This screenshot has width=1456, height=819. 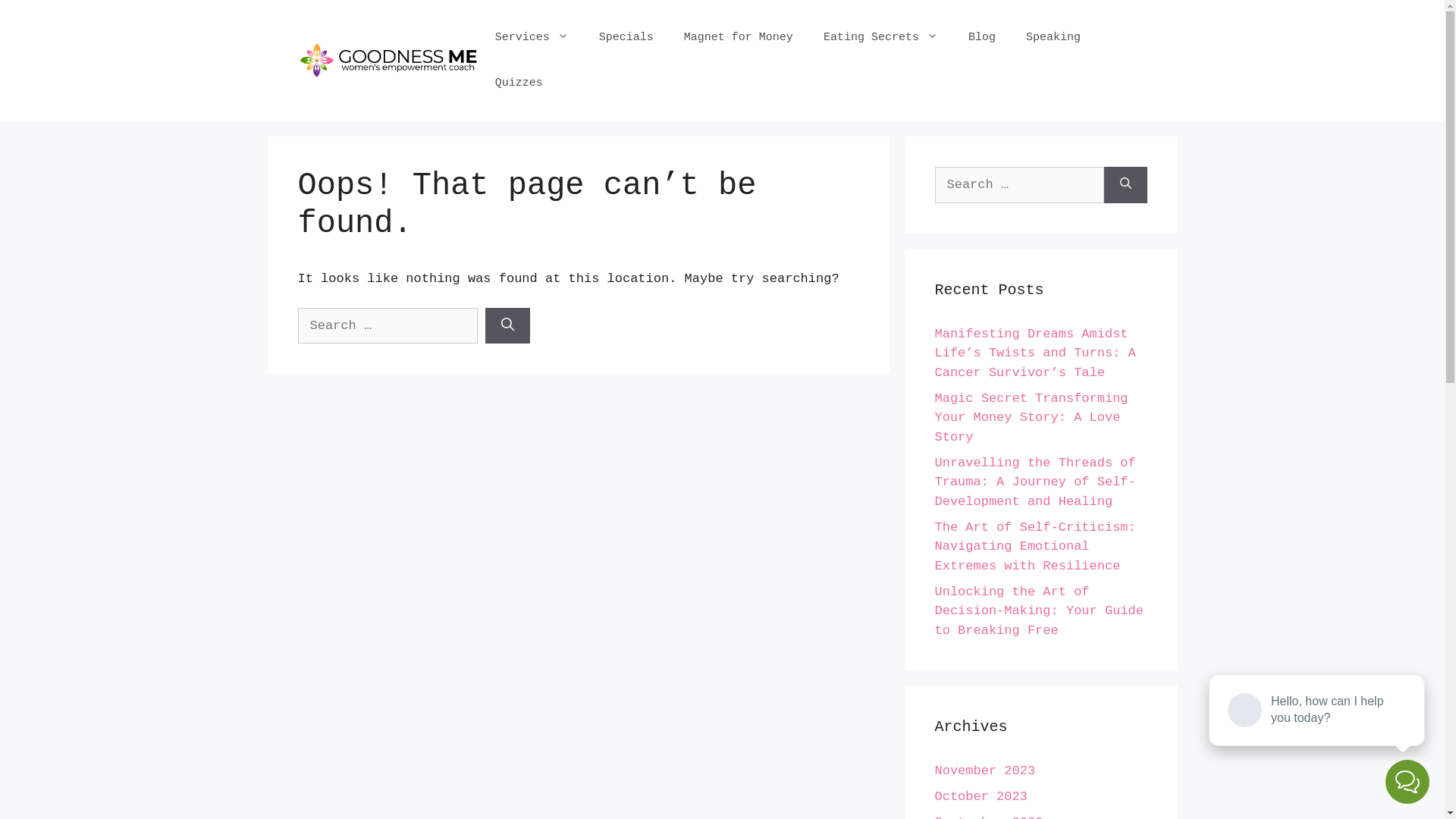 I want to click on 'November 2023', so click(x=984, y=770).